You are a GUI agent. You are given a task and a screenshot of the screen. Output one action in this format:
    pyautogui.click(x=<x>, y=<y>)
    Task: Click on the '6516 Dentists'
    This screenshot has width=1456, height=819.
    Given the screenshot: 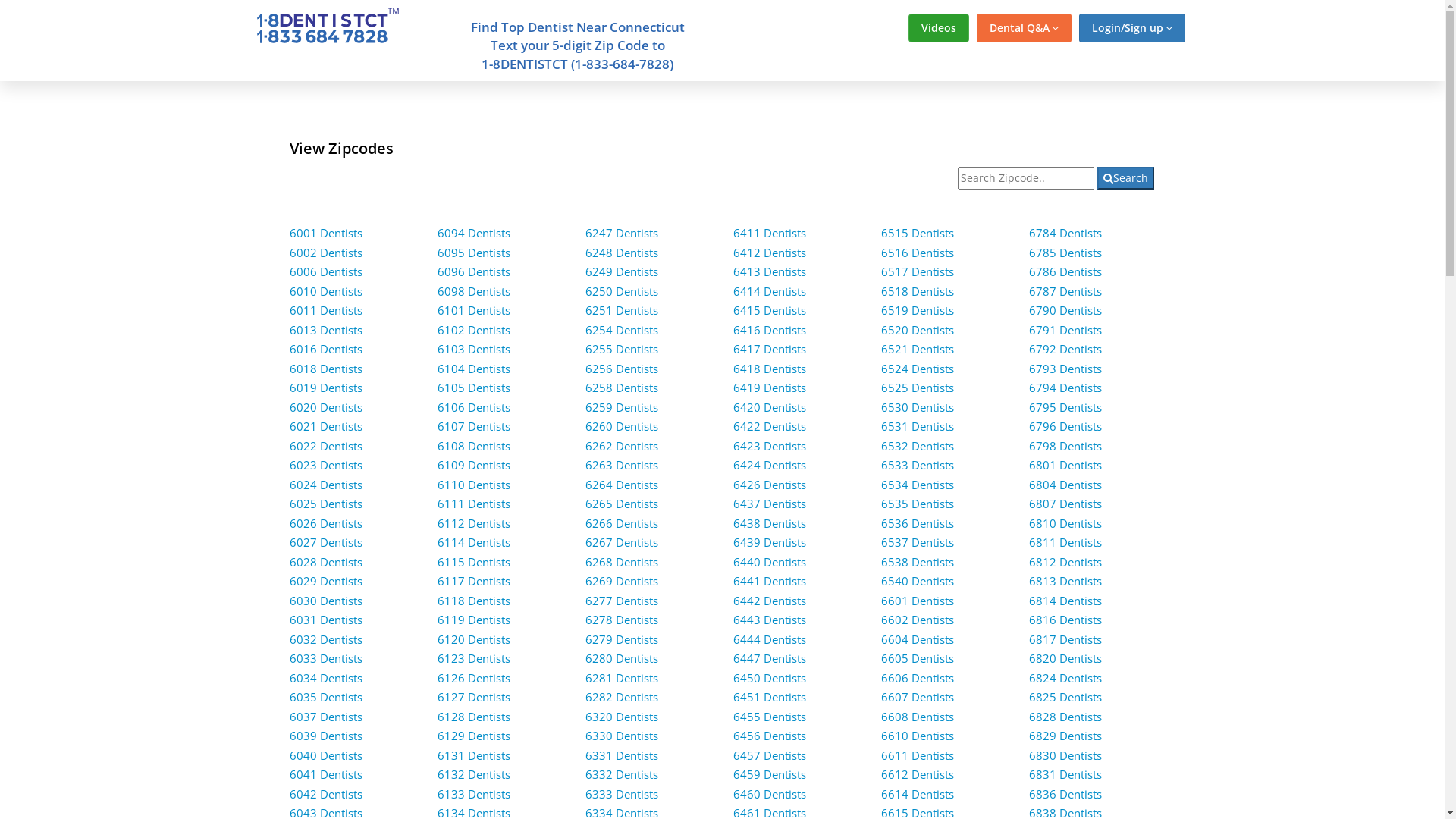 What is the action you would take?
    pyautogui.click(x=916, y=251)
    